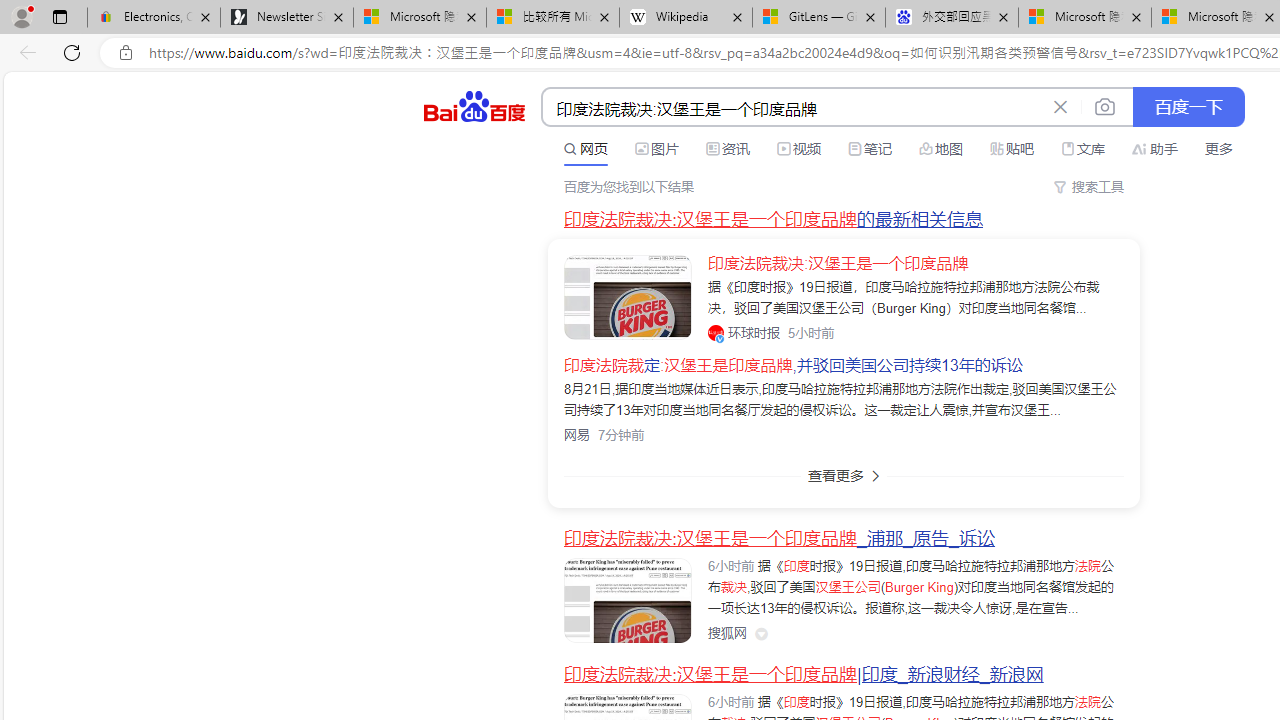 The width and height of the screenshot is (1280, 720). What do you see at coordinates (153, 17) in the screenshot?
I see `'Electronics, Cars, Fashion, Collectibles & More | eBay'` at bounding box center [153, 17].